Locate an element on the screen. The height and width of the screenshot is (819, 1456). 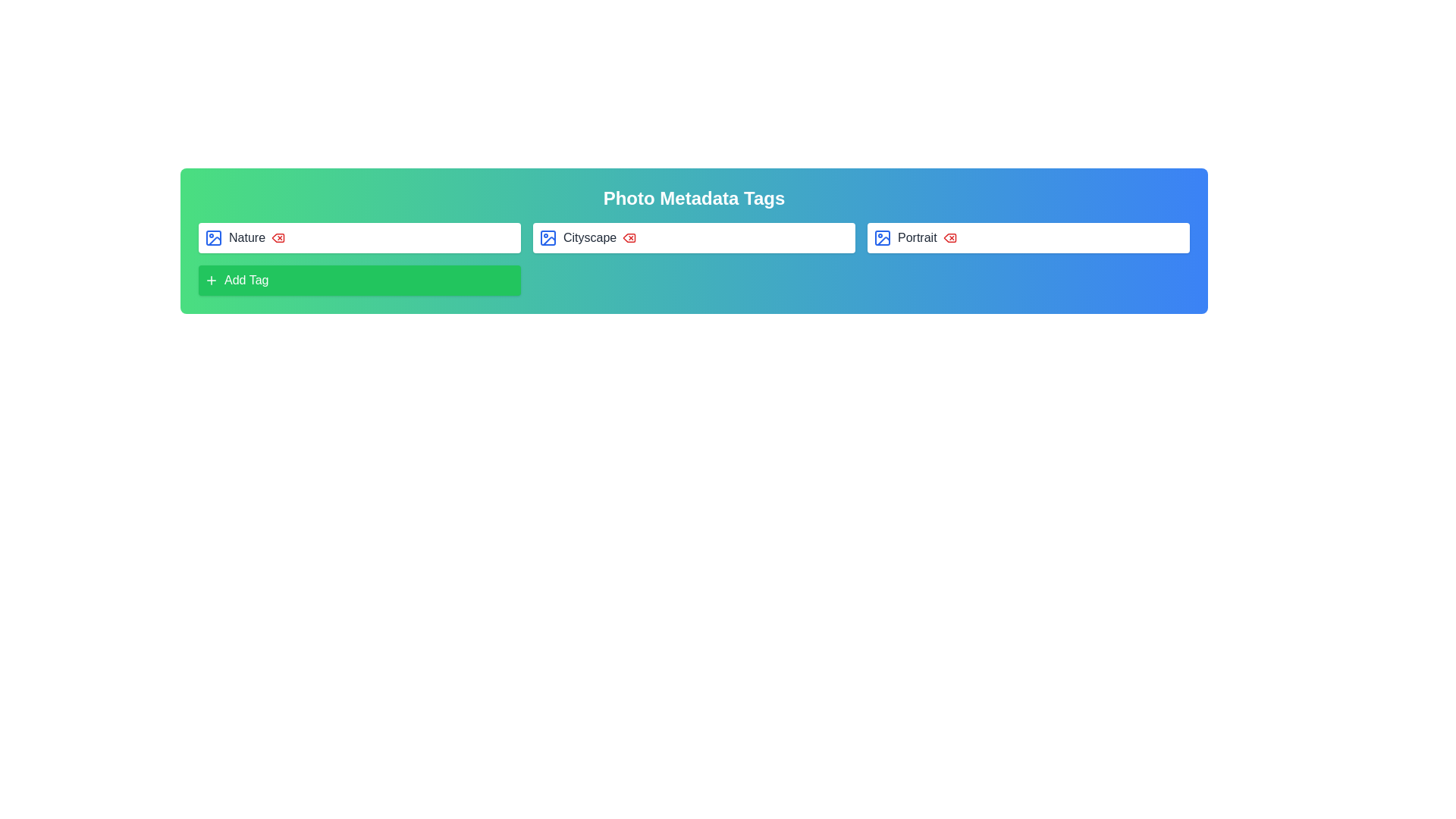
the decorative vector item, a small angular triangle icon located near the center-right of the 'Cityscape' tag within the metadata tagging area is located at coordinates (548, 240).